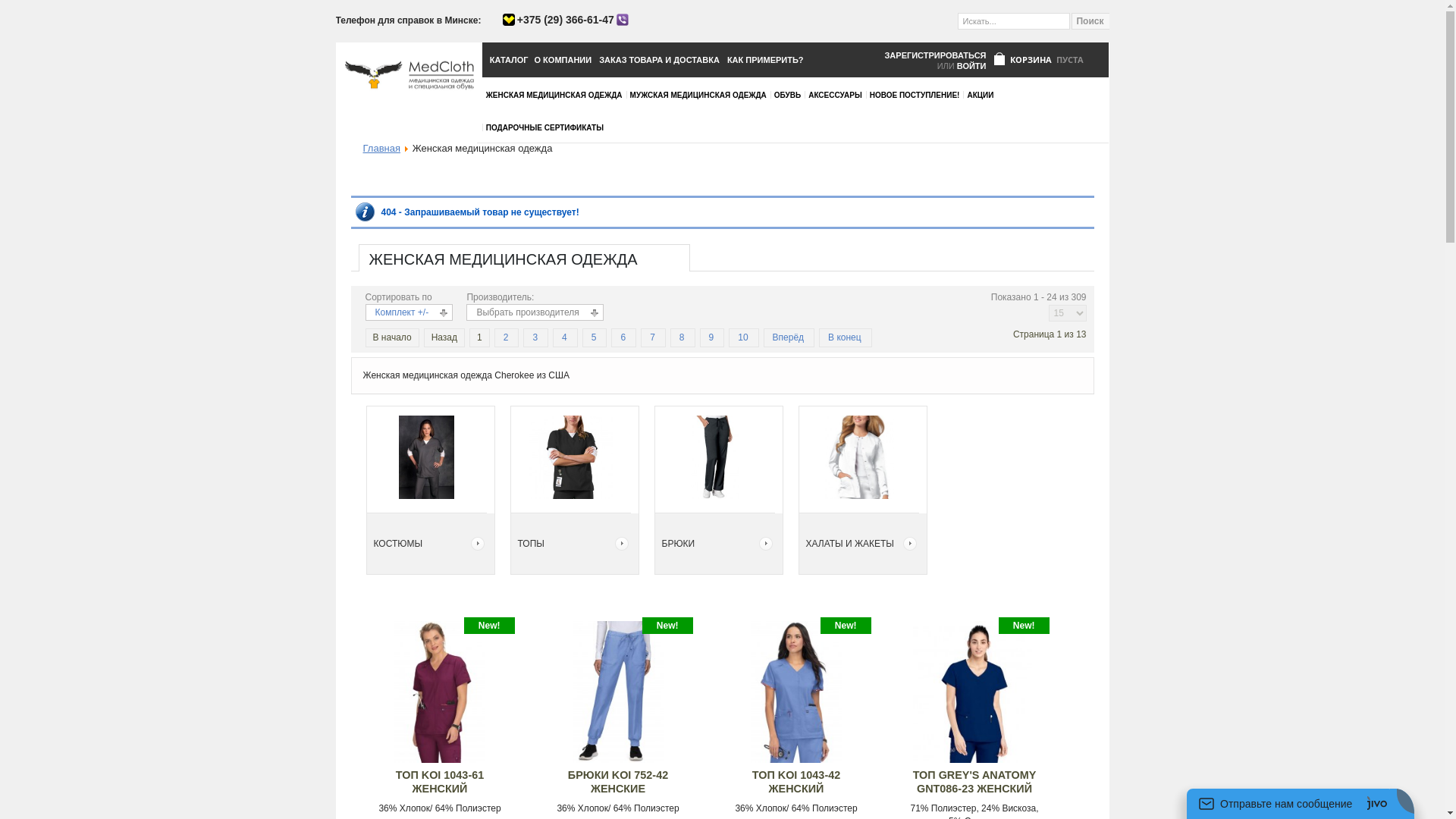 The width and height of the screenshot is (1456, 819). Describe the element at coordinates (506, 336) in the screenshot. I see `'2'` at that location.